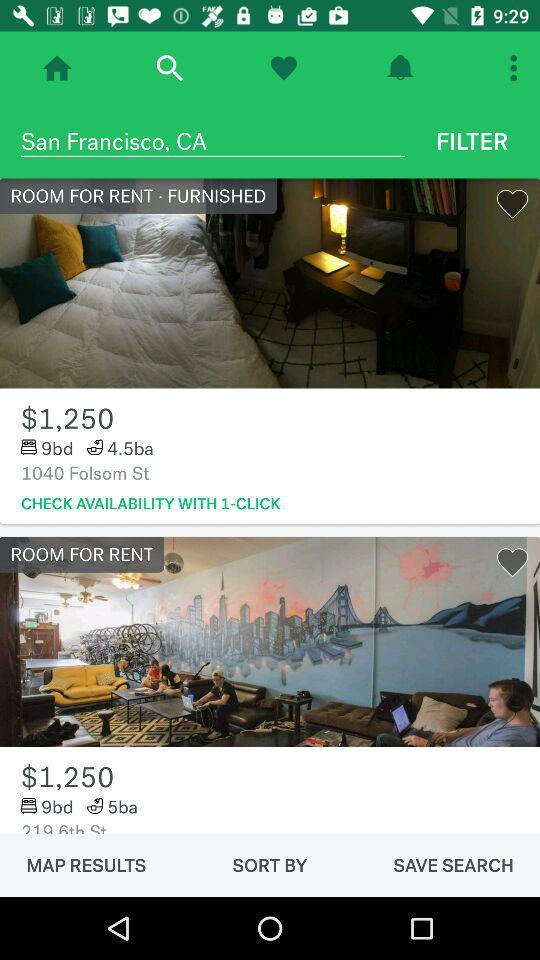 This screenshot has height=960, width=540. Describe the element at coordinates (168, 68) in the screenshot. I see `search` at that location.